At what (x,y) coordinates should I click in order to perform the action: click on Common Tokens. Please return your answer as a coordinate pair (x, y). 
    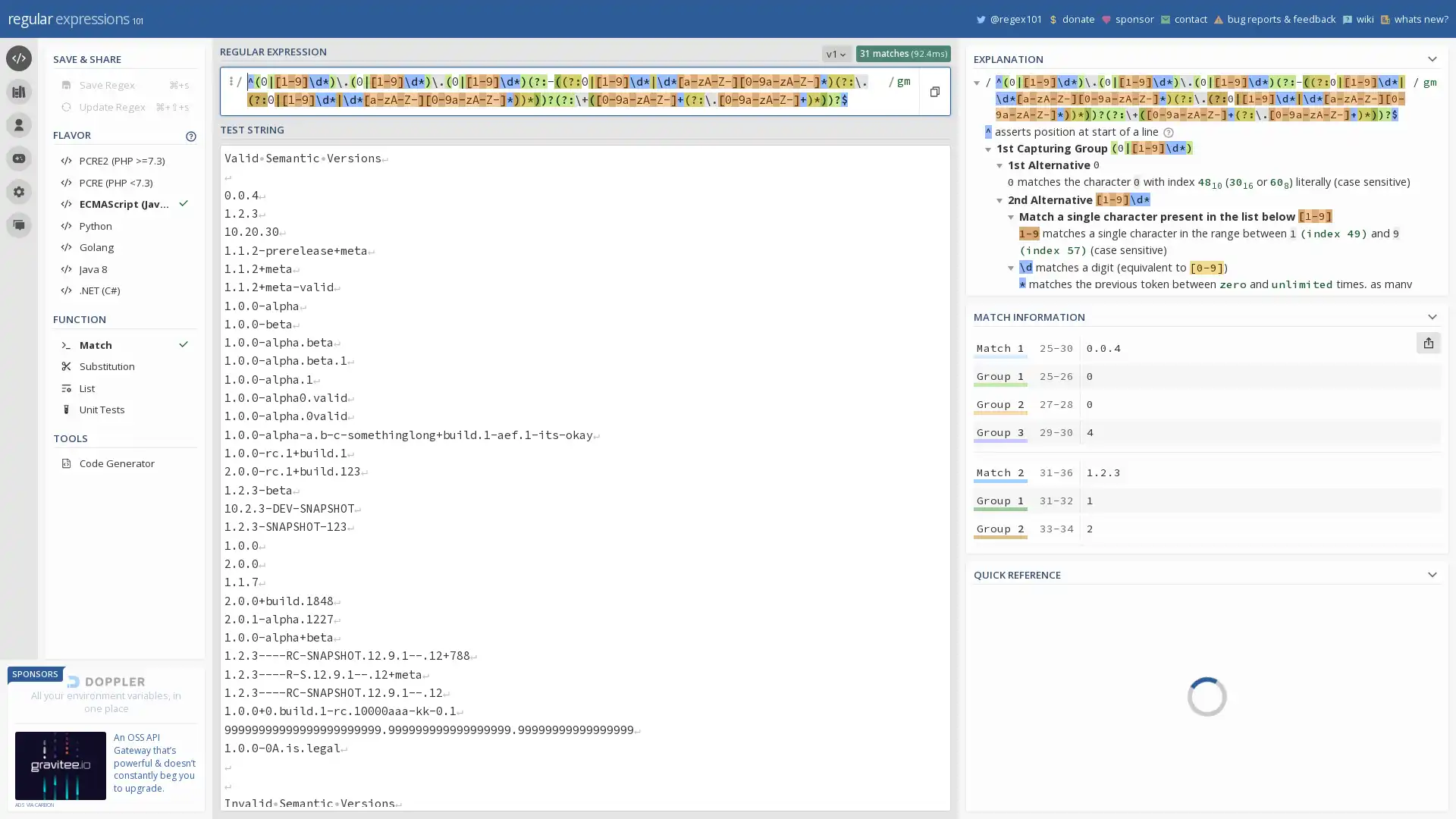
    Looking at the image, I should click on (1044, 650).